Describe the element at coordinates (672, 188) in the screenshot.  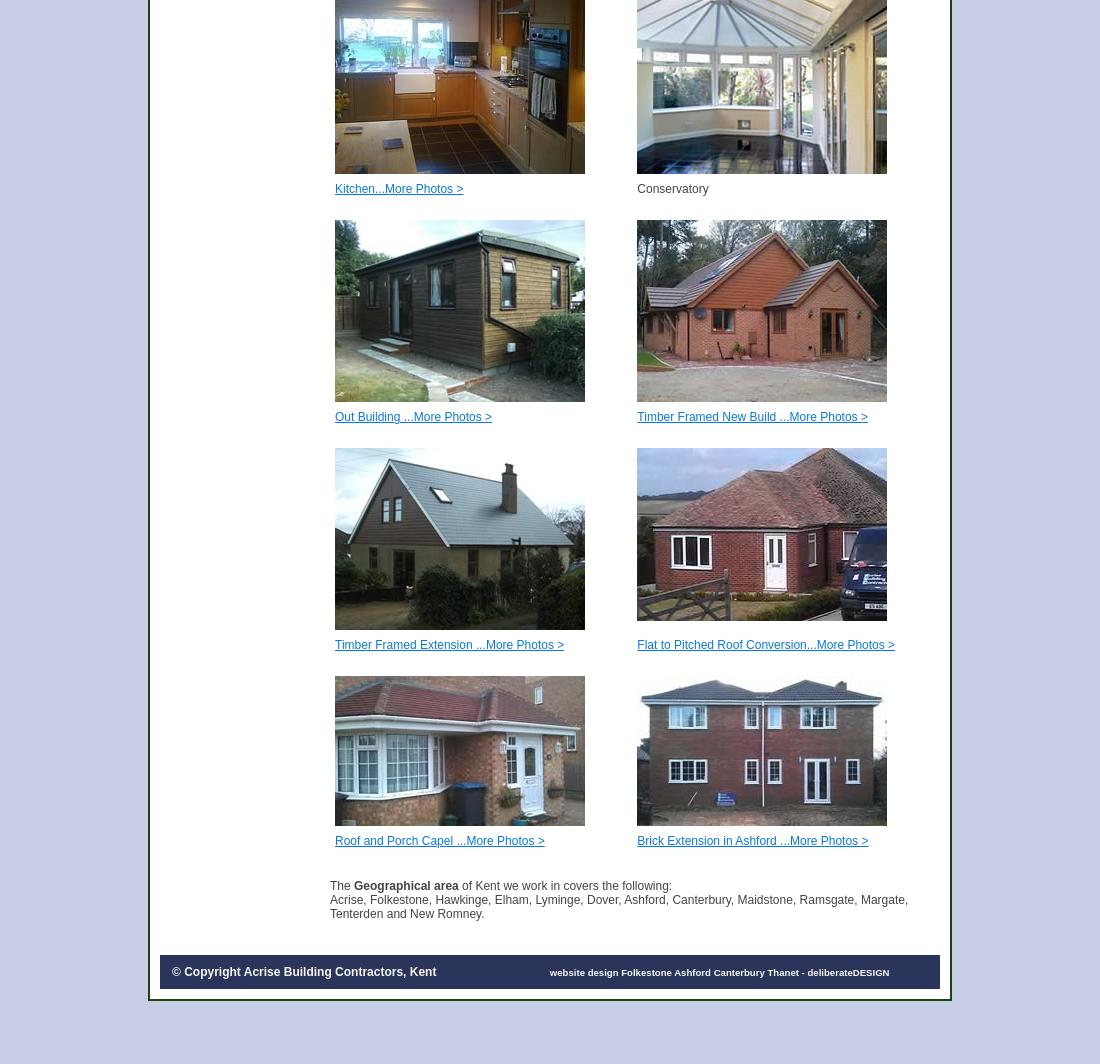
I see `'Conservatory'` at that location.